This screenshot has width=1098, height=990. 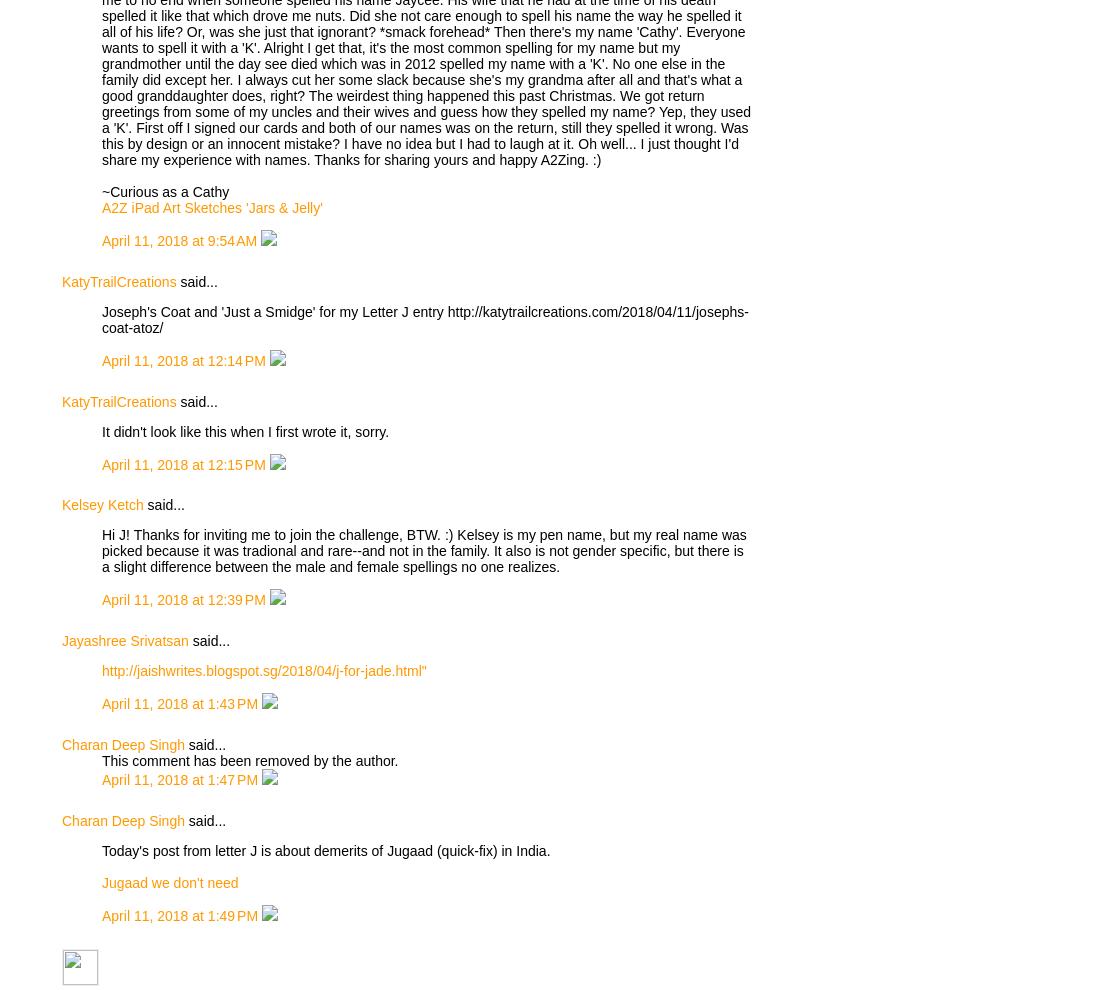 What do you see at coordinates (102, 191) in the screenshot?
I see `'~Curious as a Cathy'` at bounding box center [102, 191].